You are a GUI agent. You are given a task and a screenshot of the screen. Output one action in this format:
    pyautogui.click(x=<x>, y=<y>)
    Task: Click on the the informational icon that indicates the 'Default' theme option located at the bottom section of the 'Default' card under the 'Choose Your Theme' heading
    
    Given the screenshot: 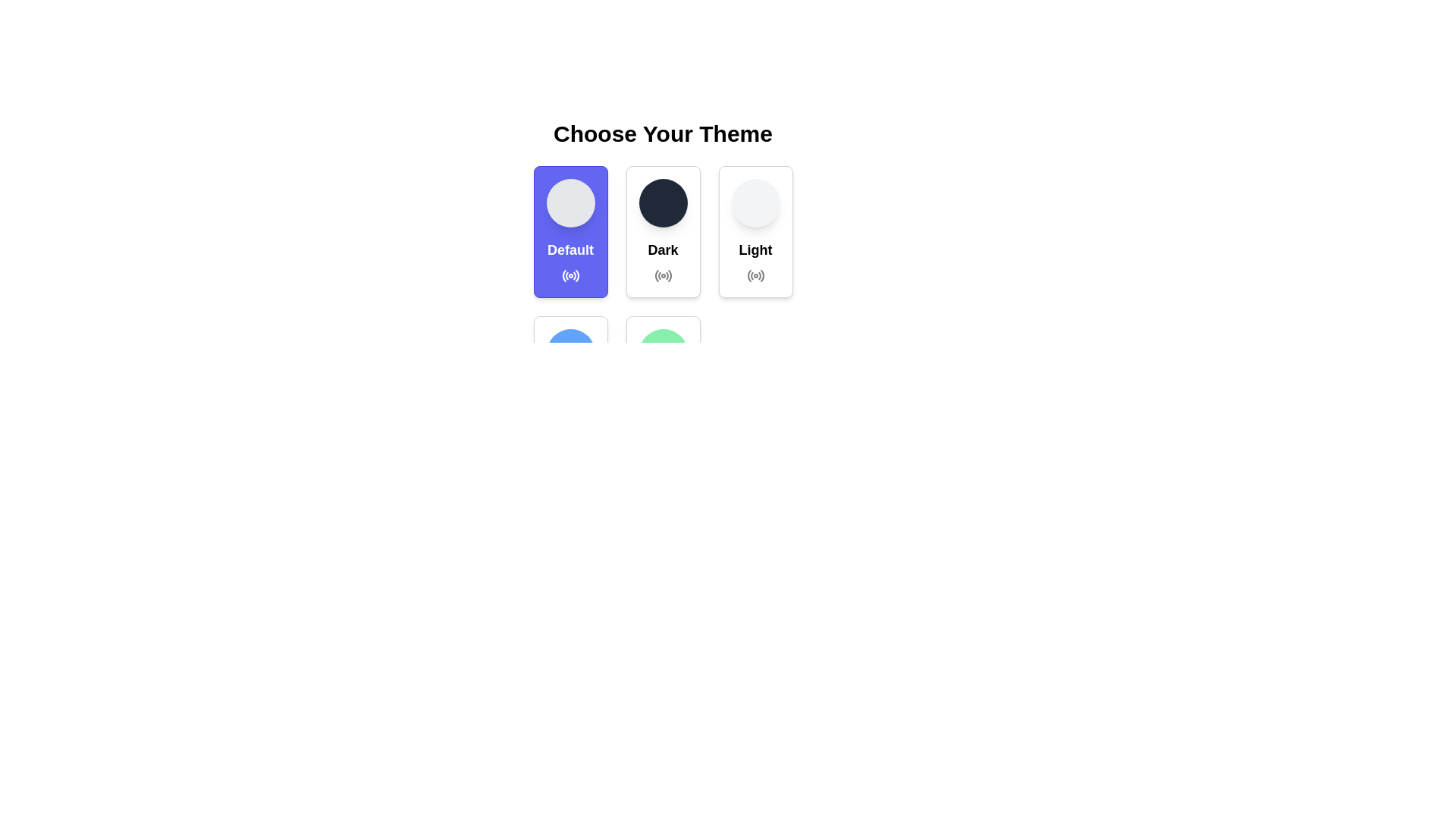 What is the action you would take?
    pyautogui.click(x=570, y=275)
    